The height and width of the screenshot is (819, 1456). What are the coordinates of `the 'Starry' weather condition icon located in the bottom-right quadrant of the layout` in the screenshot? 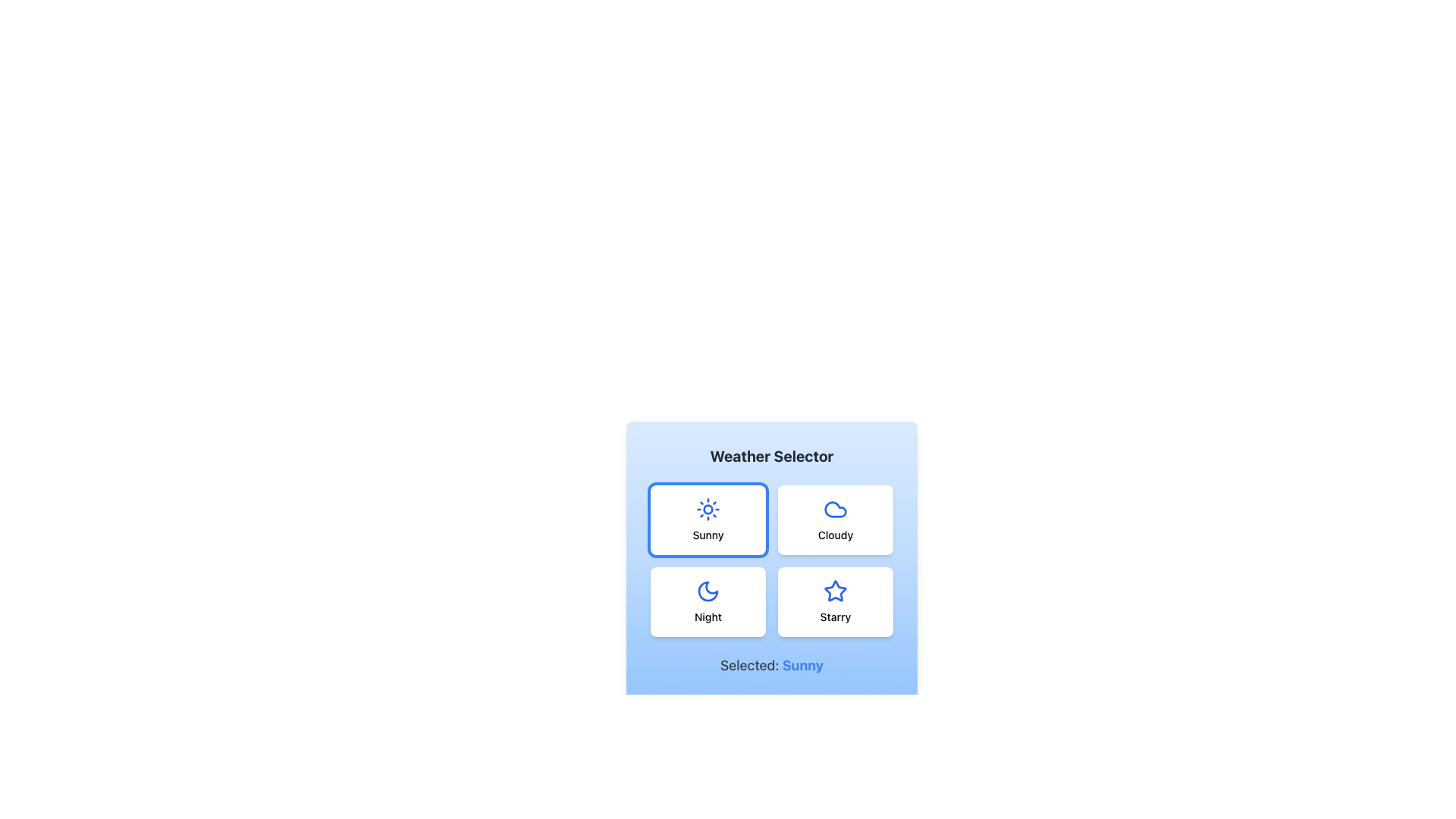 It's located at (833, 590).